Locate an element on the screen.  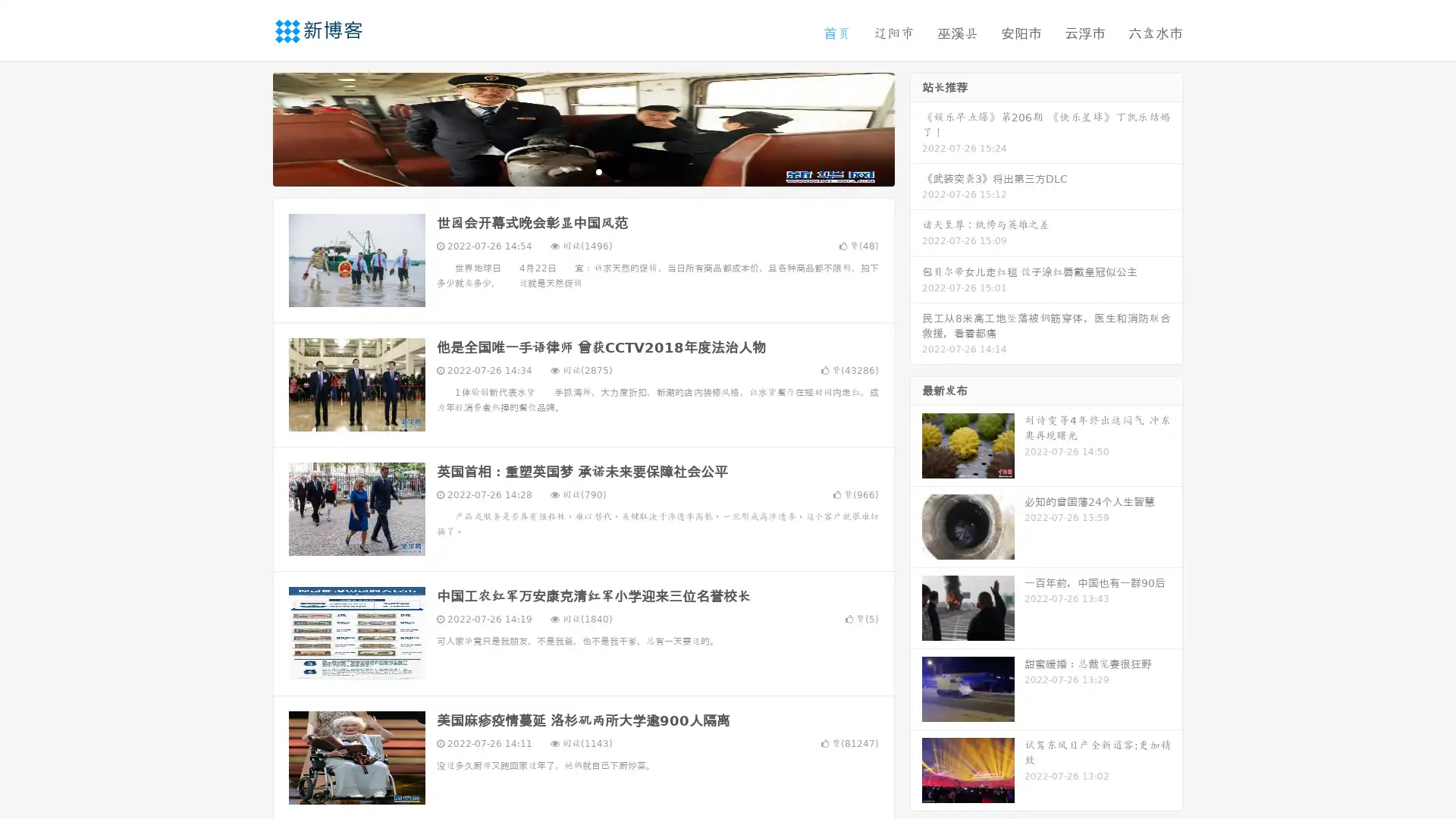
Go to slide 3 is located at coordinates (598, 171).